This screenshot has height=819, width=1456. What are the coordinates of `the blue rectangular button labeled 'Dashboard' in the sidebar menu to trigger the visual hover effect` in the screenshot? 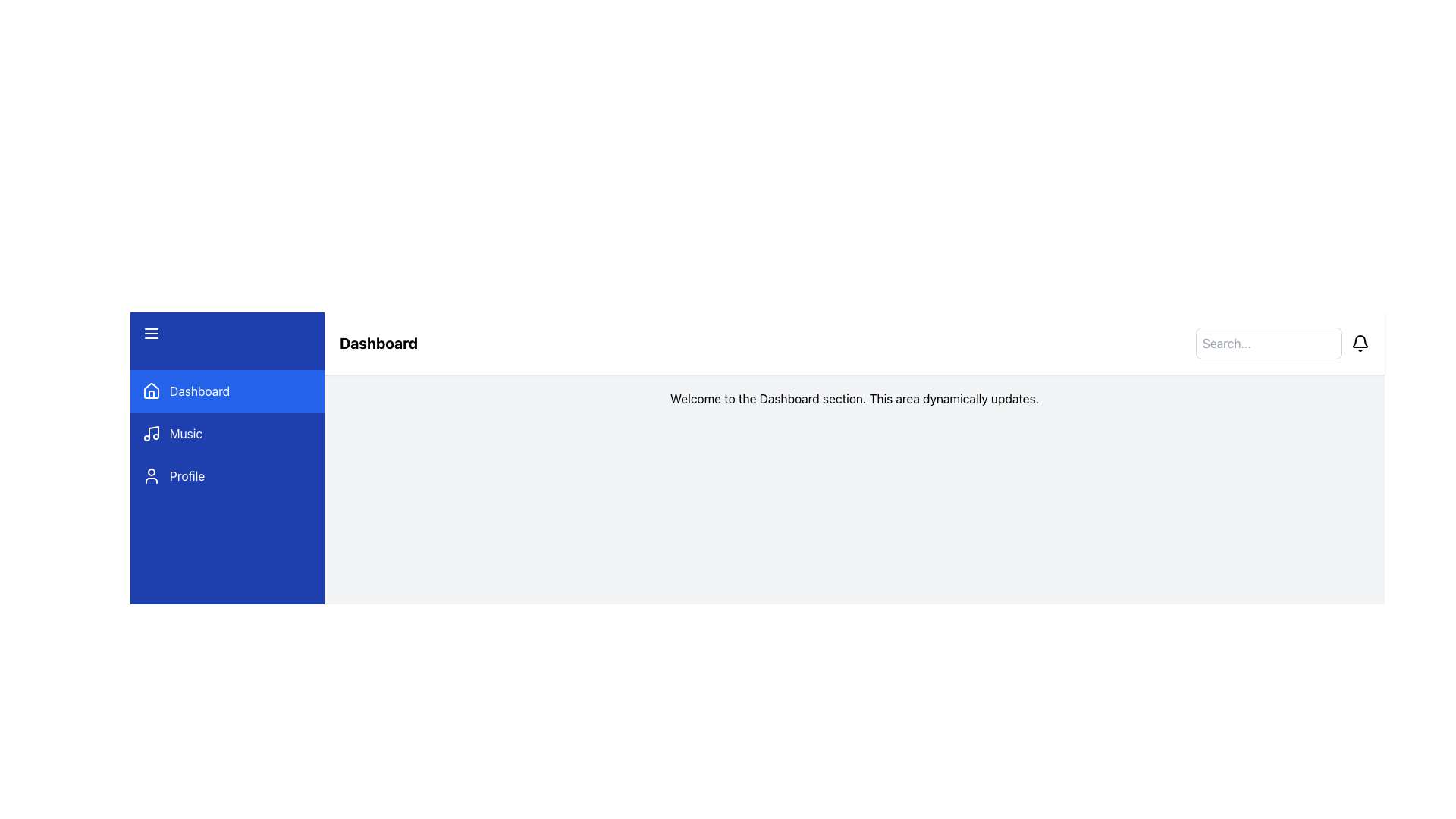 It's located at (226, 391).